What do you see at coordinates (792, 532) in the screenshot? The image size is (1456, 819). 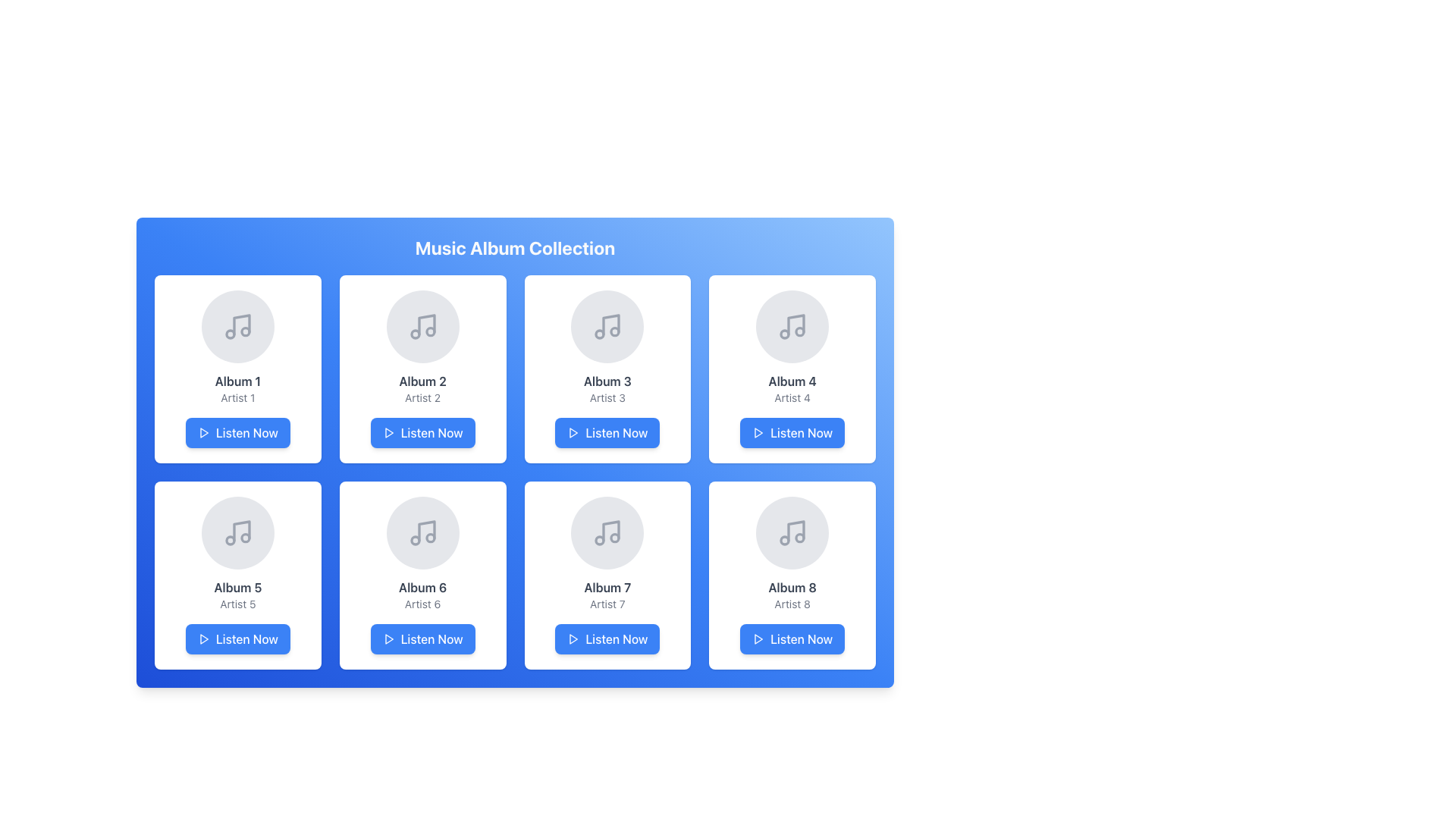 I see `the circular music note icon with a light gray background located at the top-center of the 'Album 8' card by 'Artist 8'` at bounding box center [792, 532].